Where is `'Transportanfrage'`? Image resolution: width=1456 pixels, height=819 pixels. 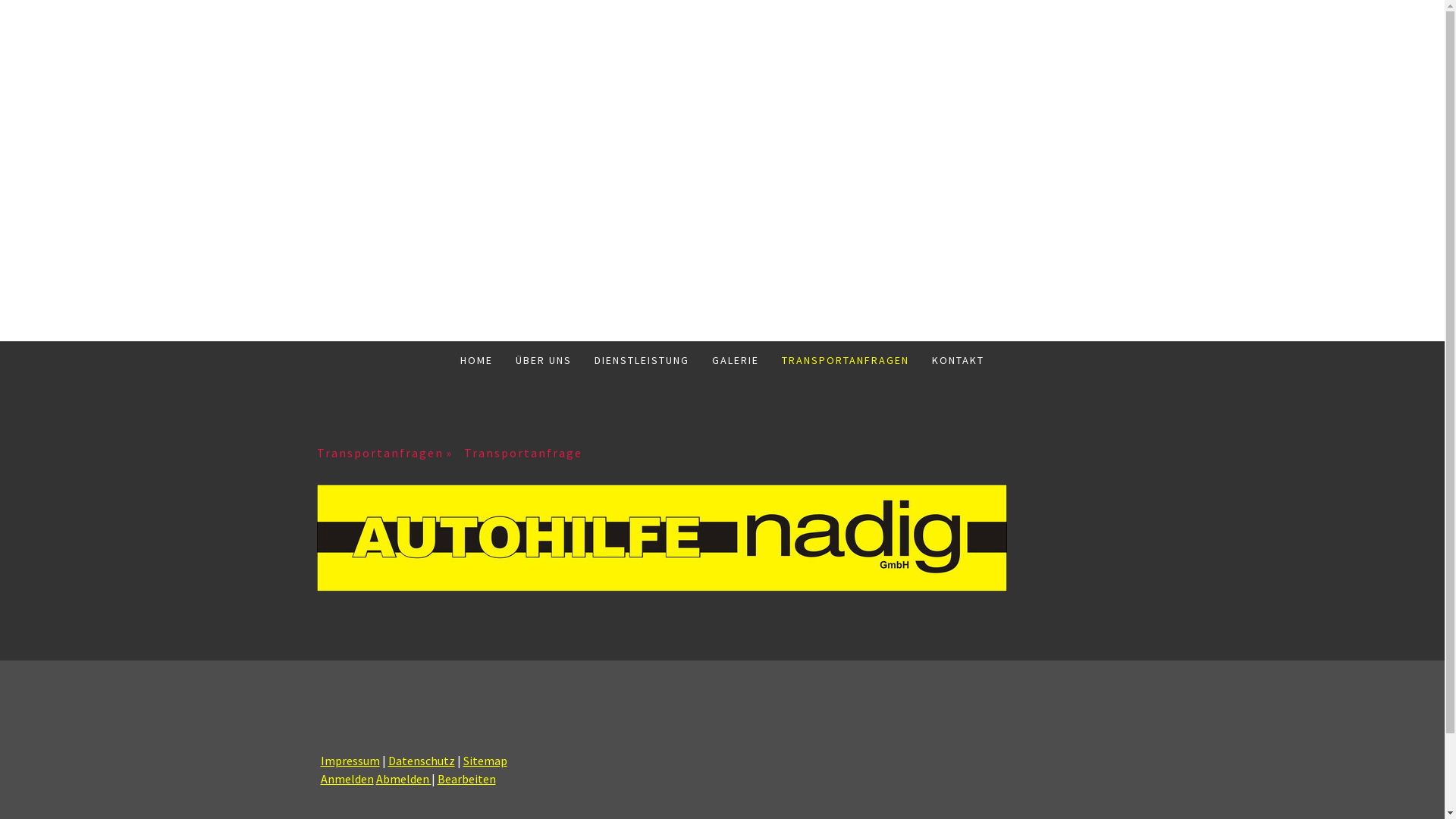
'Transportanfrage' is located at coordinates (463, 452).